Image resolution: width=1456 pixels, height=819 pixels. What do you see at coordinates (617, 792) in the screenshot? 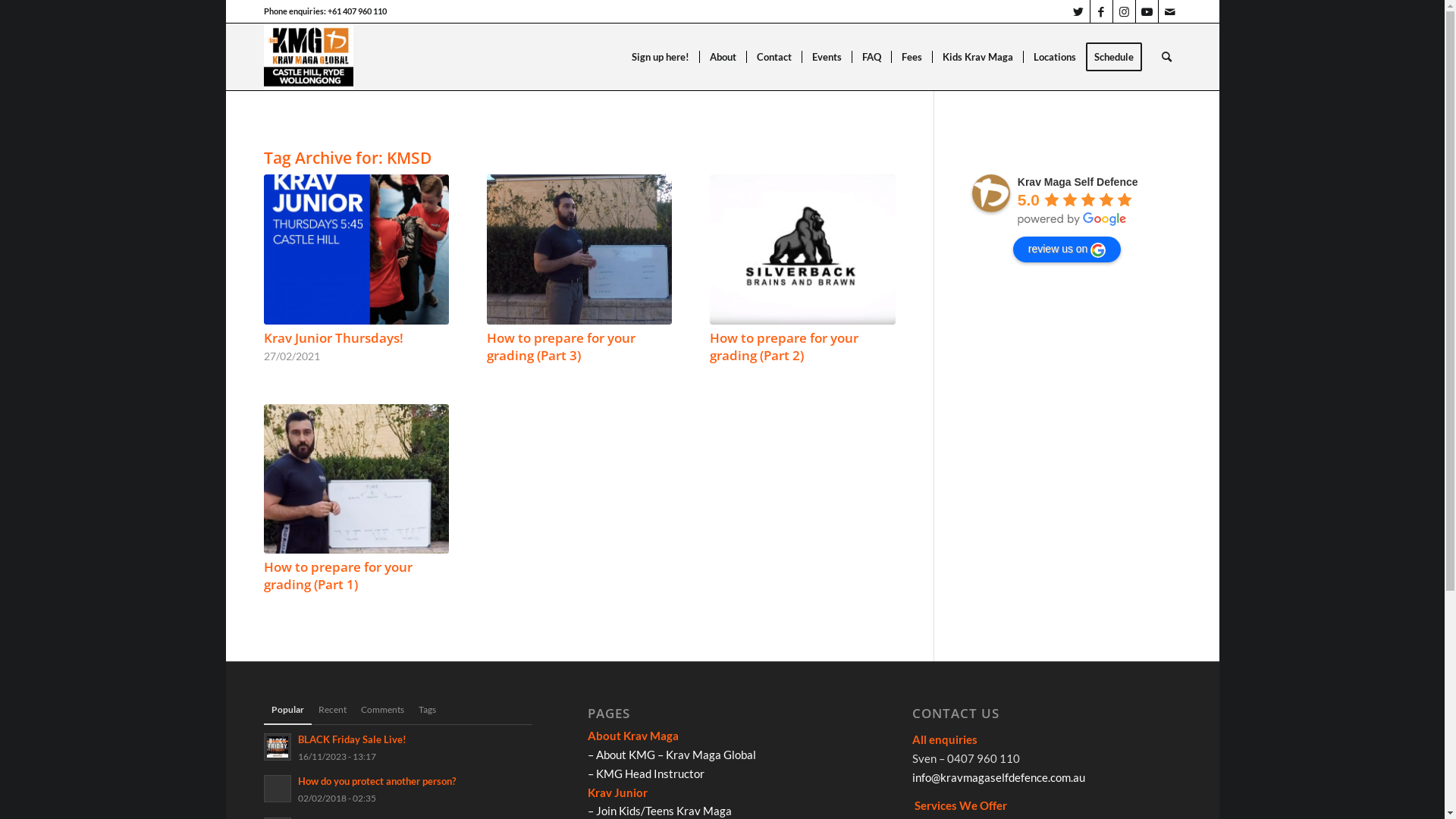
I see `'Krav Junior'` at bounding box center [617, 792].